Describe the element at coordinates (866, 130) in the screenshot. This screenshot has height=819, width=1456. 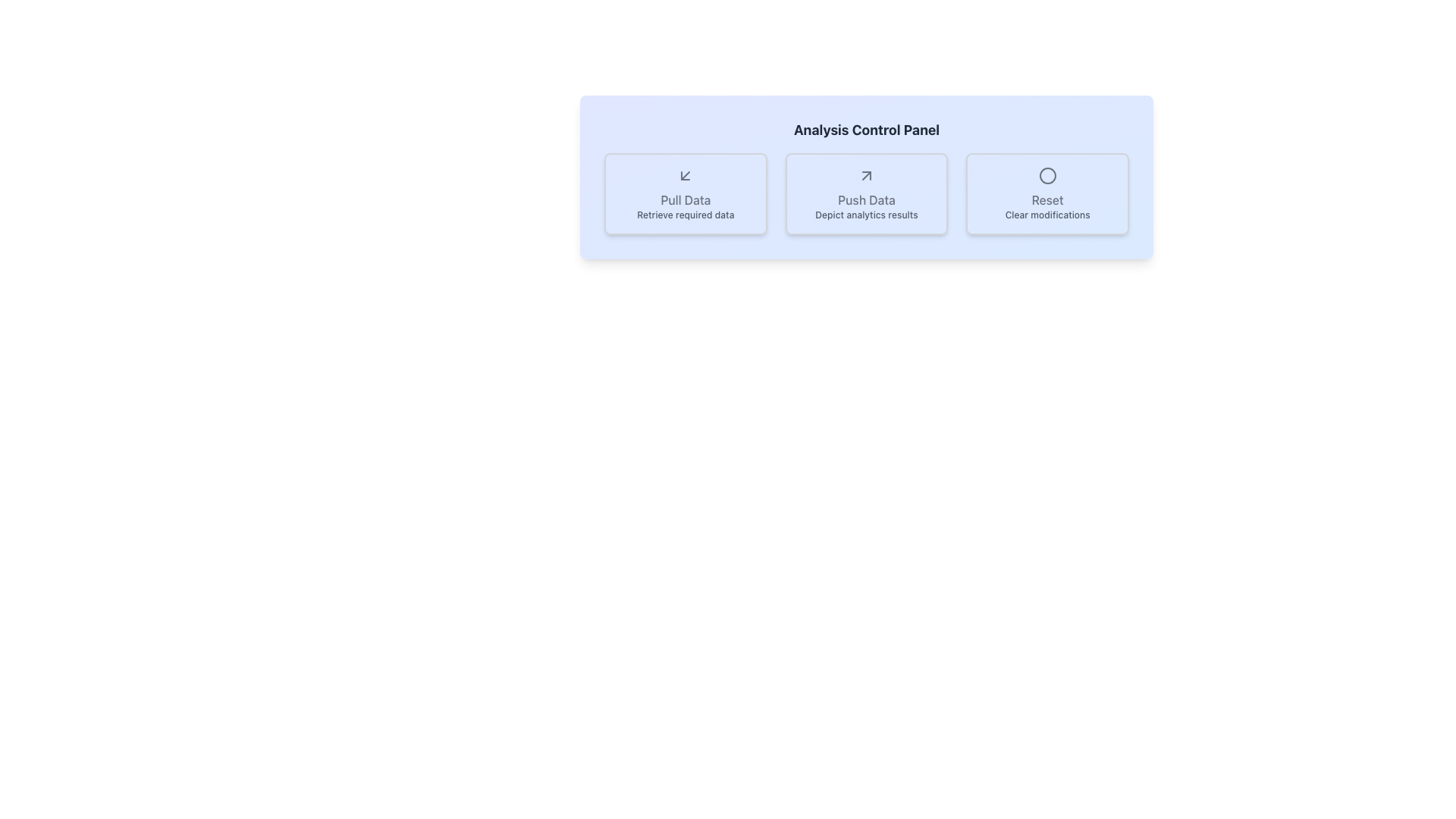
I see `the large, bold text label that reads 'Analysis Control Panel', which is situated against a light blue gradient background, to interact with it` at that location.